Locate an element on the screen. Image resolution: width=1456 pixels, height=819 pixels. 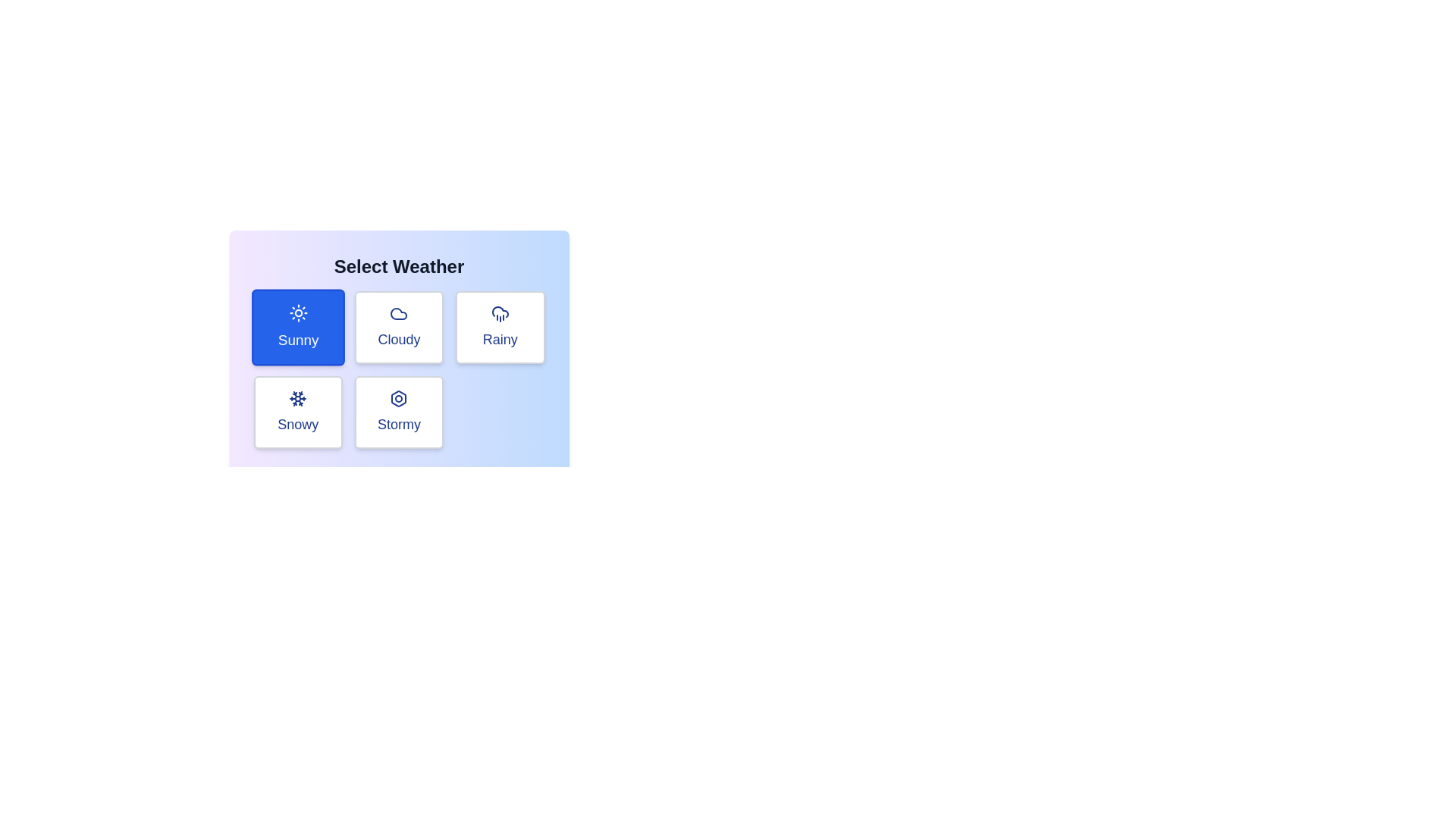
text label that describes the functionality of the 'Rainy' button, which is the third button in the top row of the 2x3 button grid within the 'Select Weather' card interface is located at coordinates (500, 338).